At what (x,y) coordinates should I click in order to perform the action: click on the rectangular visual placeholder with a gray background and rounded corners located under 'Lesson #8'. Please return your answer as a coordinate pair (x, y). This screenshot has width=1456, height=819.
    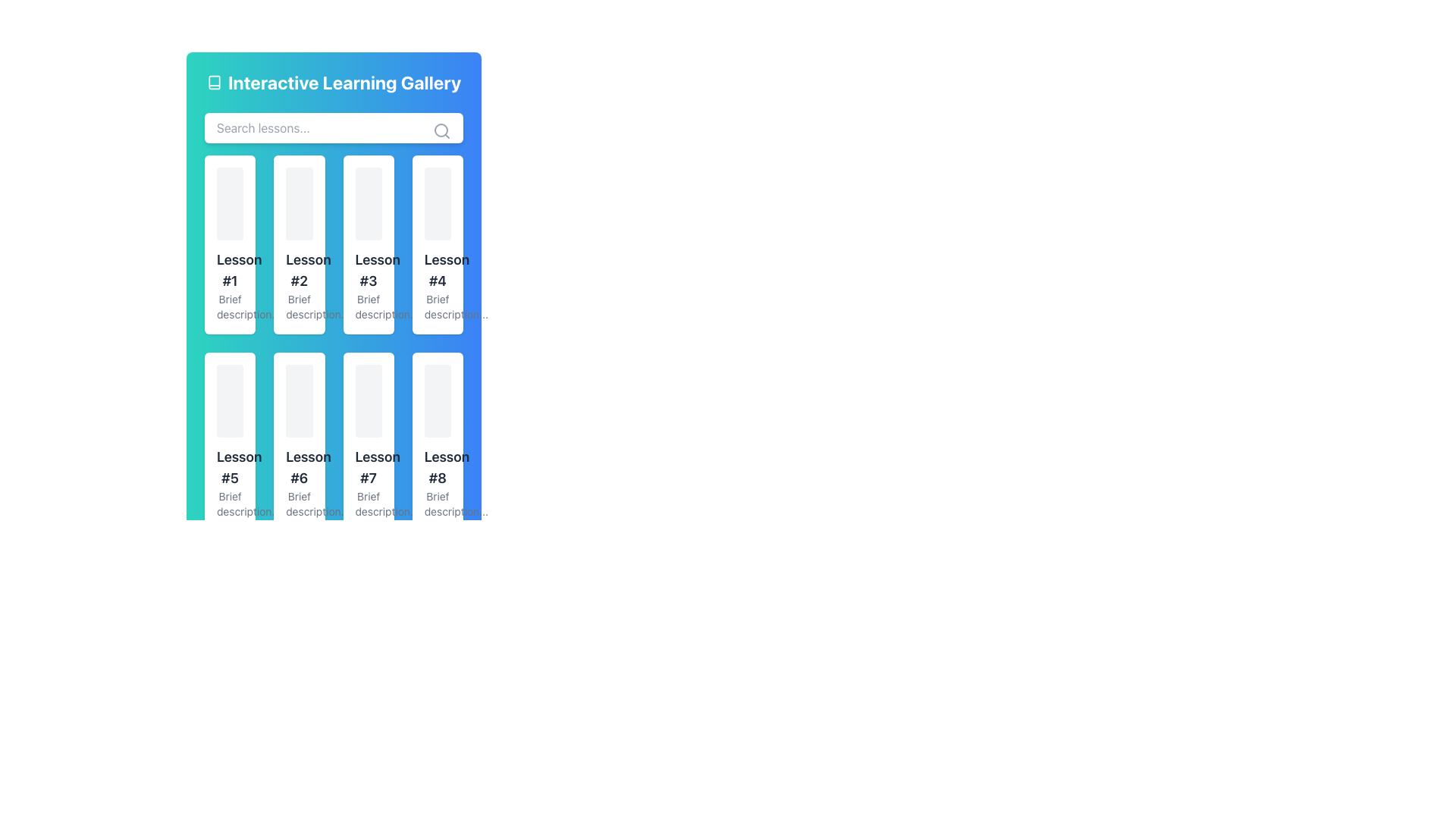
    Looking at the image, I should click on (437, 400).